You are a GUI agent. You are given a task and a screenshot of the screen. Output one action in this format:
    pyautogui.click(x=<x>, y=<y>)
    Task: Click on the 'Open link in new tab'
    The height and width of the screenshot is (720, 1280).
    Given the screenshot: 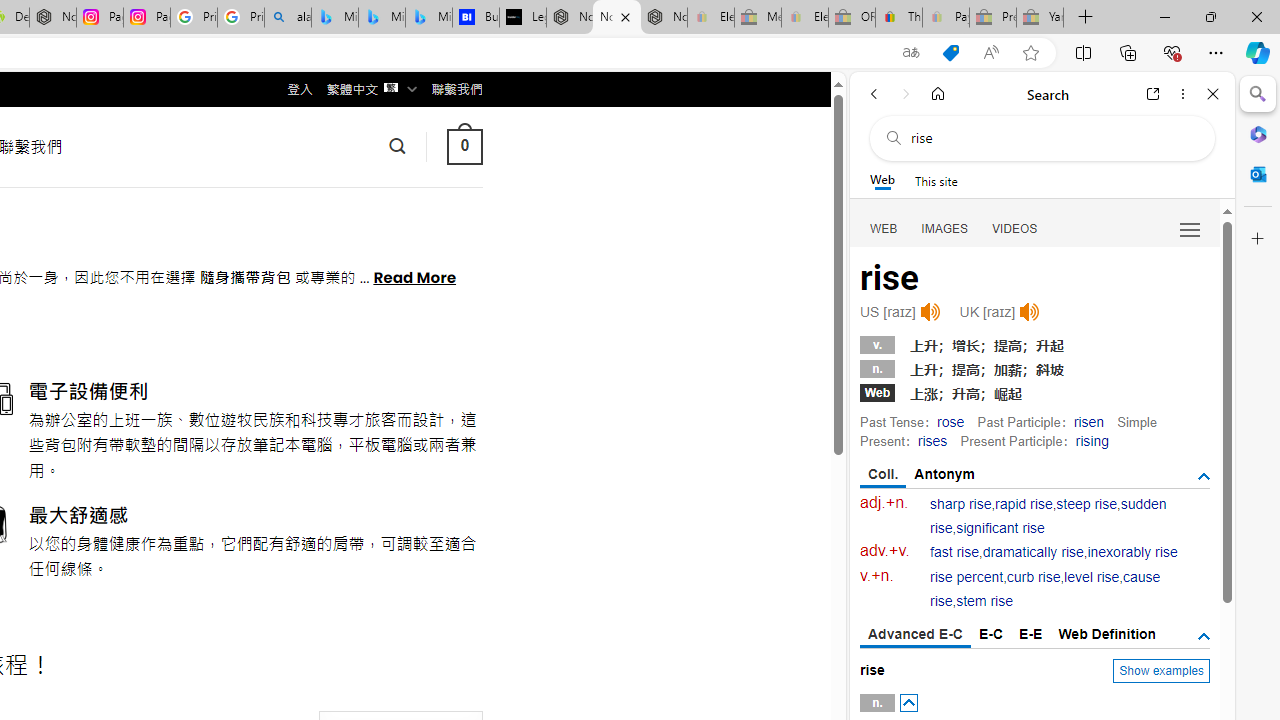 What is the action you would take?
    pyautogui.click(x=1153, y=93)
    